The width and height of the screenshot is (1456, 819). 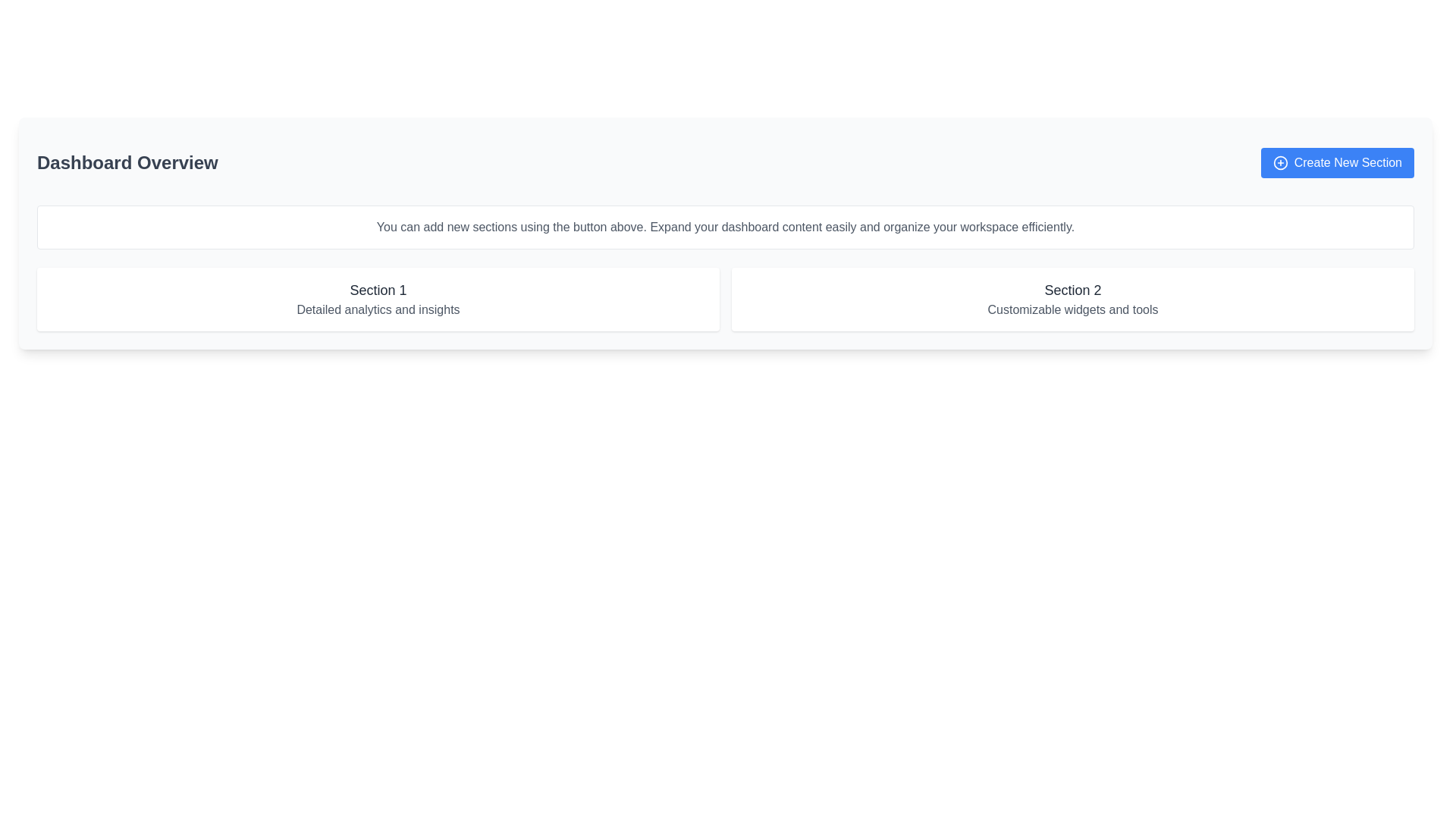 What do you see at coordinates (1279, 163) in the screenshot?
I see `the circular icon with a plus sign in its center, which has a blue background and white border, located to the left of the 'Create New Section' button at the top-right corner of the interface` at bounding box center [1279, 163].